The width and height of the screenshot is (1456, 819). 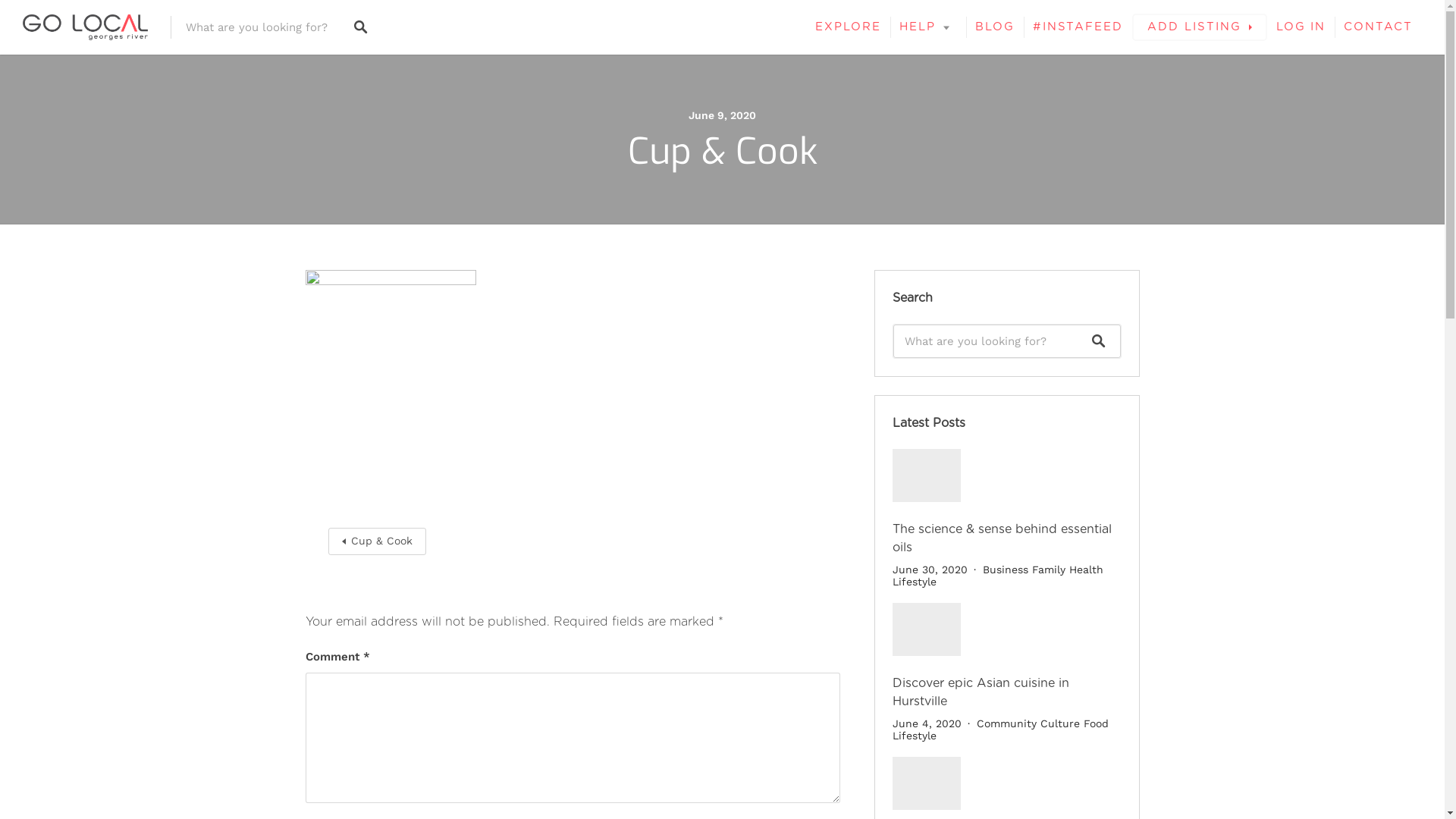 What do you see at coordinates (1059, 722) in the screenshot?
I see `'Culture'` at bounding box center [1059, 722].